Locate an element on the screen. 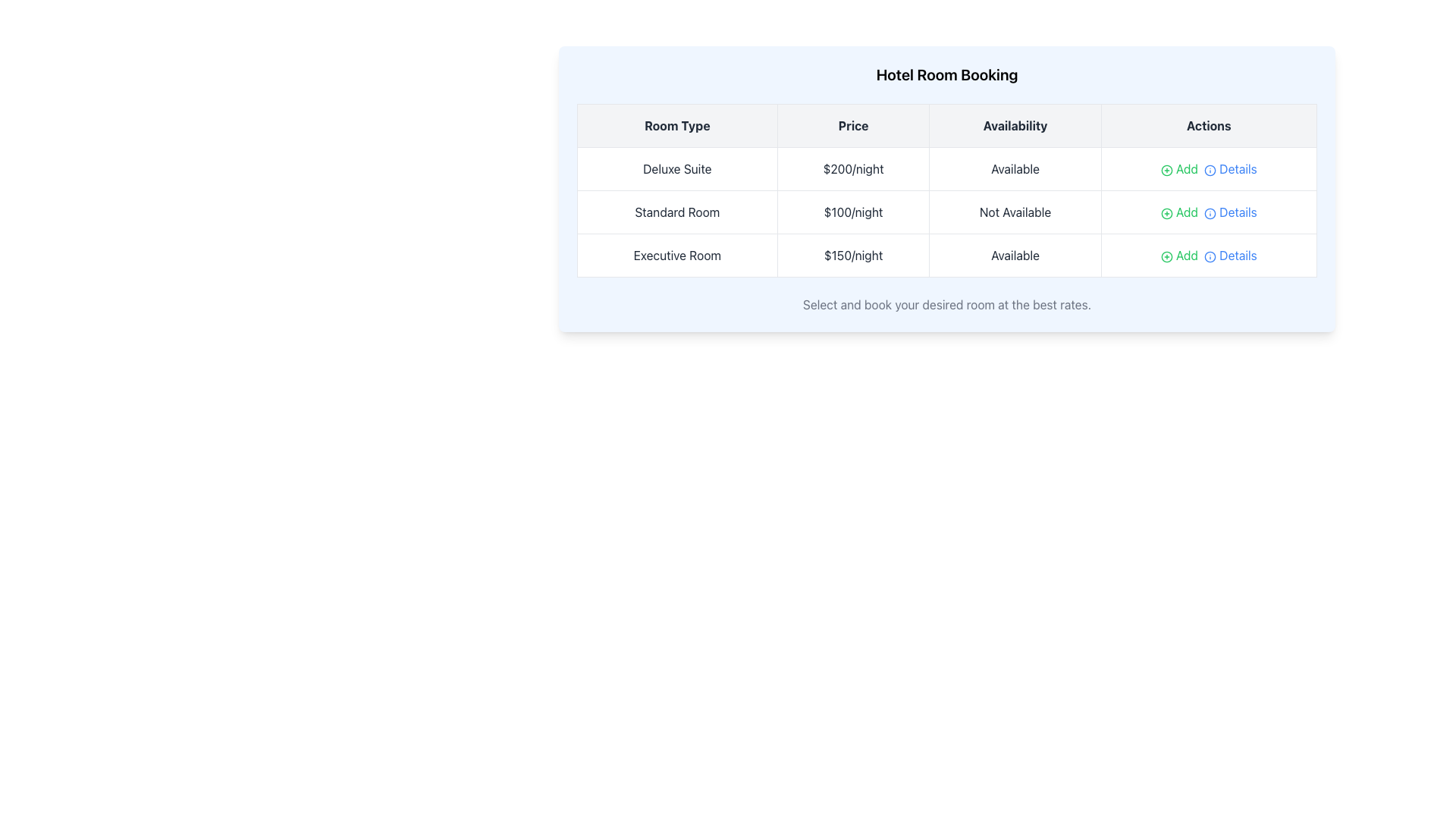 The image size is (1456, 819). the green 'Add' button located in the second row under the 'Actions' column of the table layout is located at coordinates (1178, 212).